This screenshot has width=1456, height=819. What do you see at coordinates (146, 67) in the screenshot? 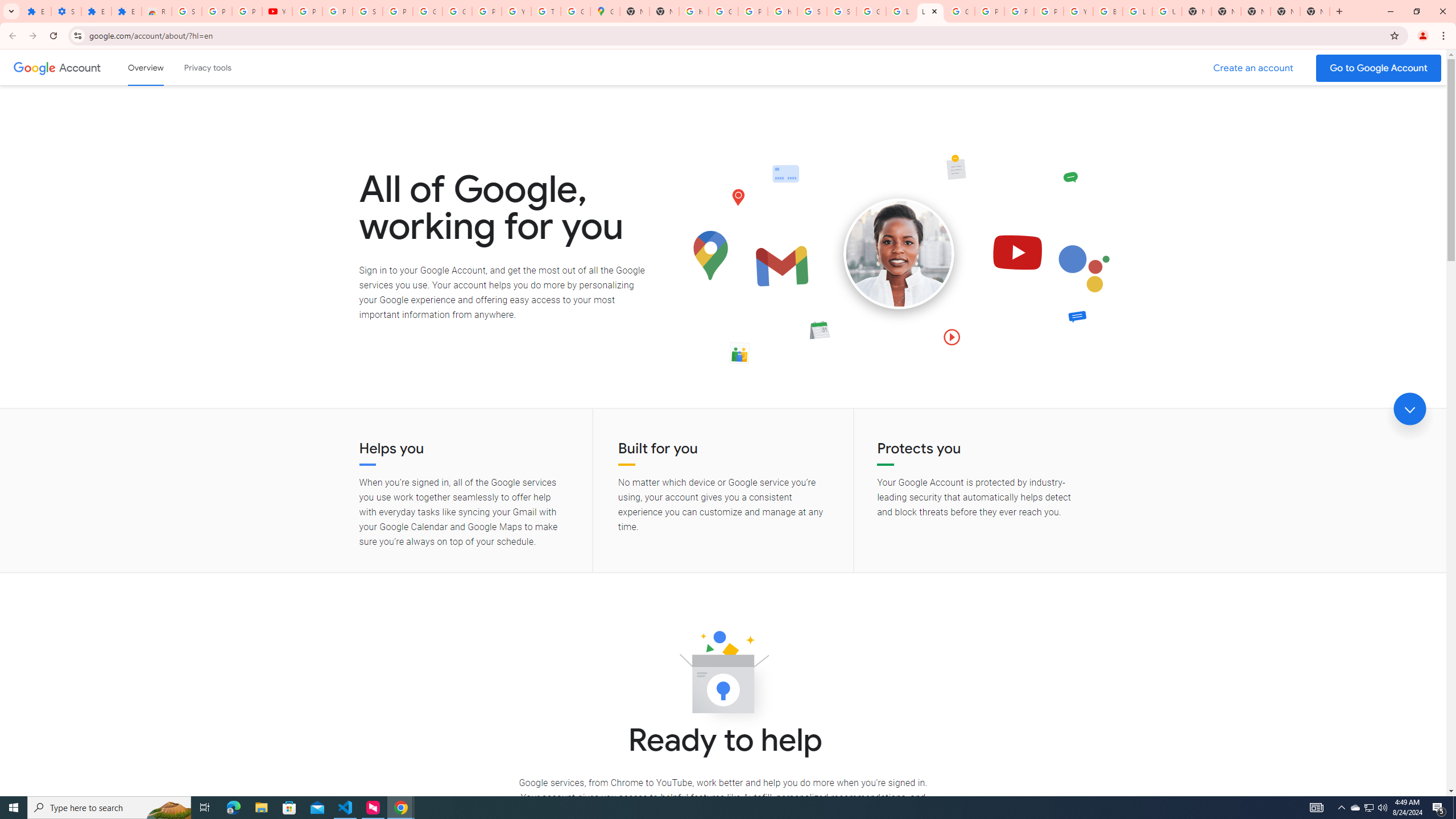
I see `'Google Account overview'` at bounding box center [146, 67].